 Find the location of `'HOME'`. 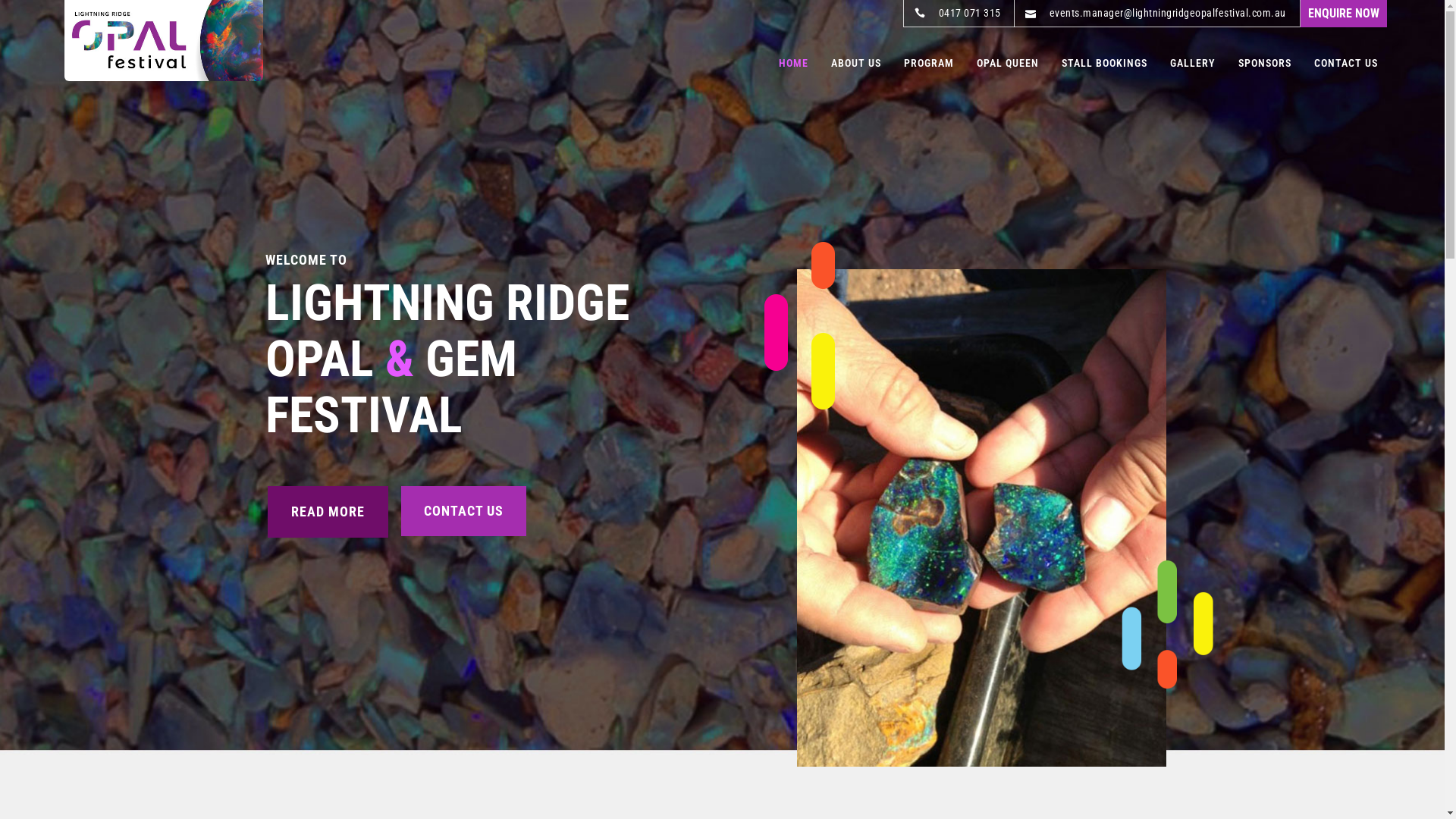

'HOME' is located at coordinates (779, 62).